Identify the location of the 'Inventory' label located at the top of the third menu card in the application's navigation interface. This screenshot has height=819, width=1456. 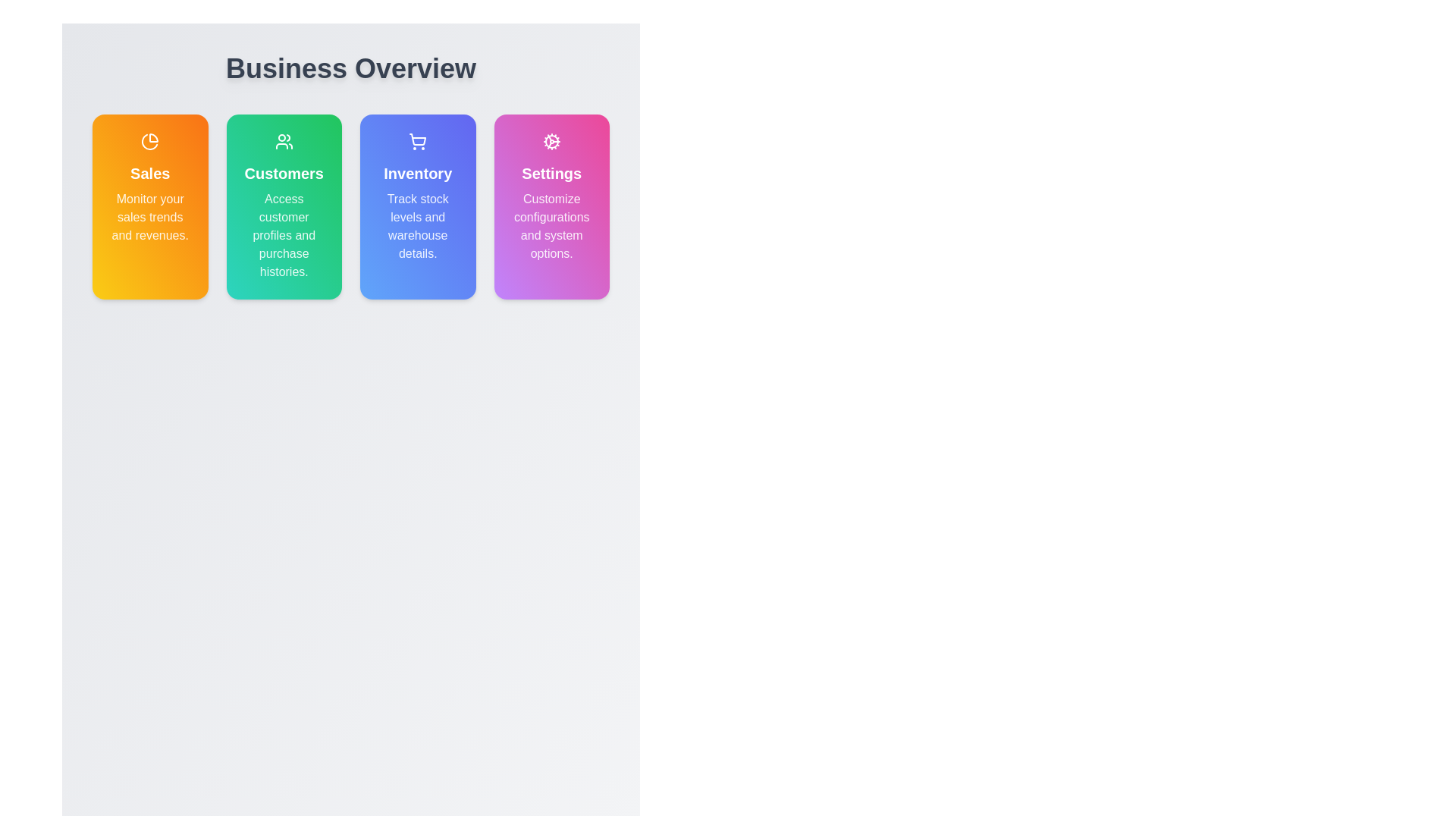
(418, 172).